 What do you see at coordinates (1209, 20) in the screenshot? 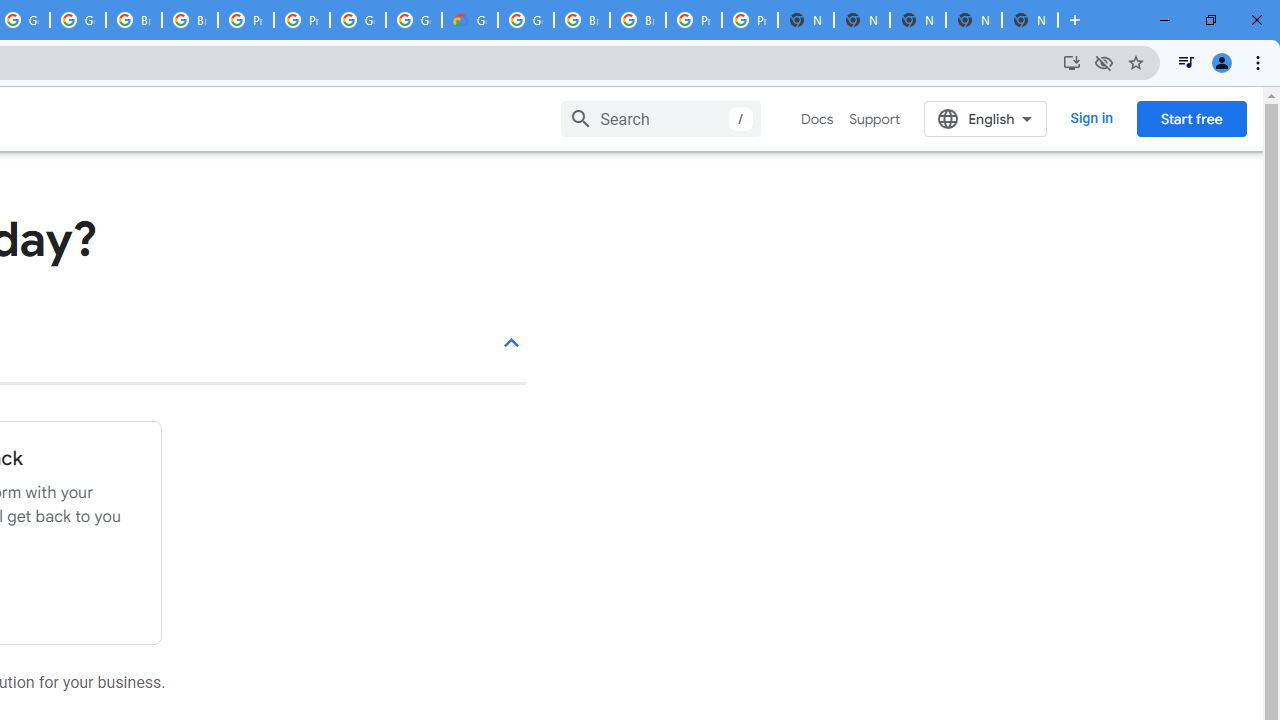
I see `'Restore'` at bounding box center [1209, 20].